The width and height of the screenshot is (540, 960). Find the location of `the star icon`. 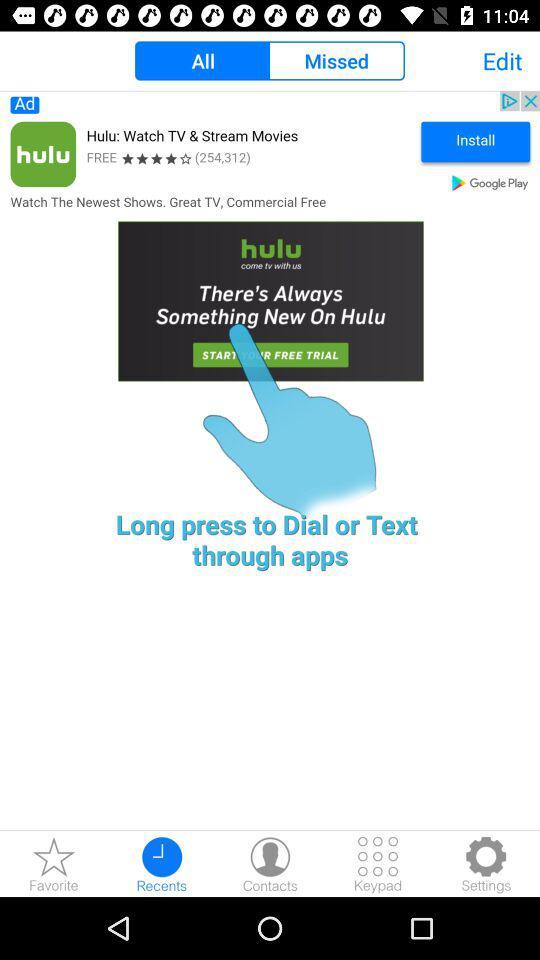

the star icon is located at coordinates (54, 863).